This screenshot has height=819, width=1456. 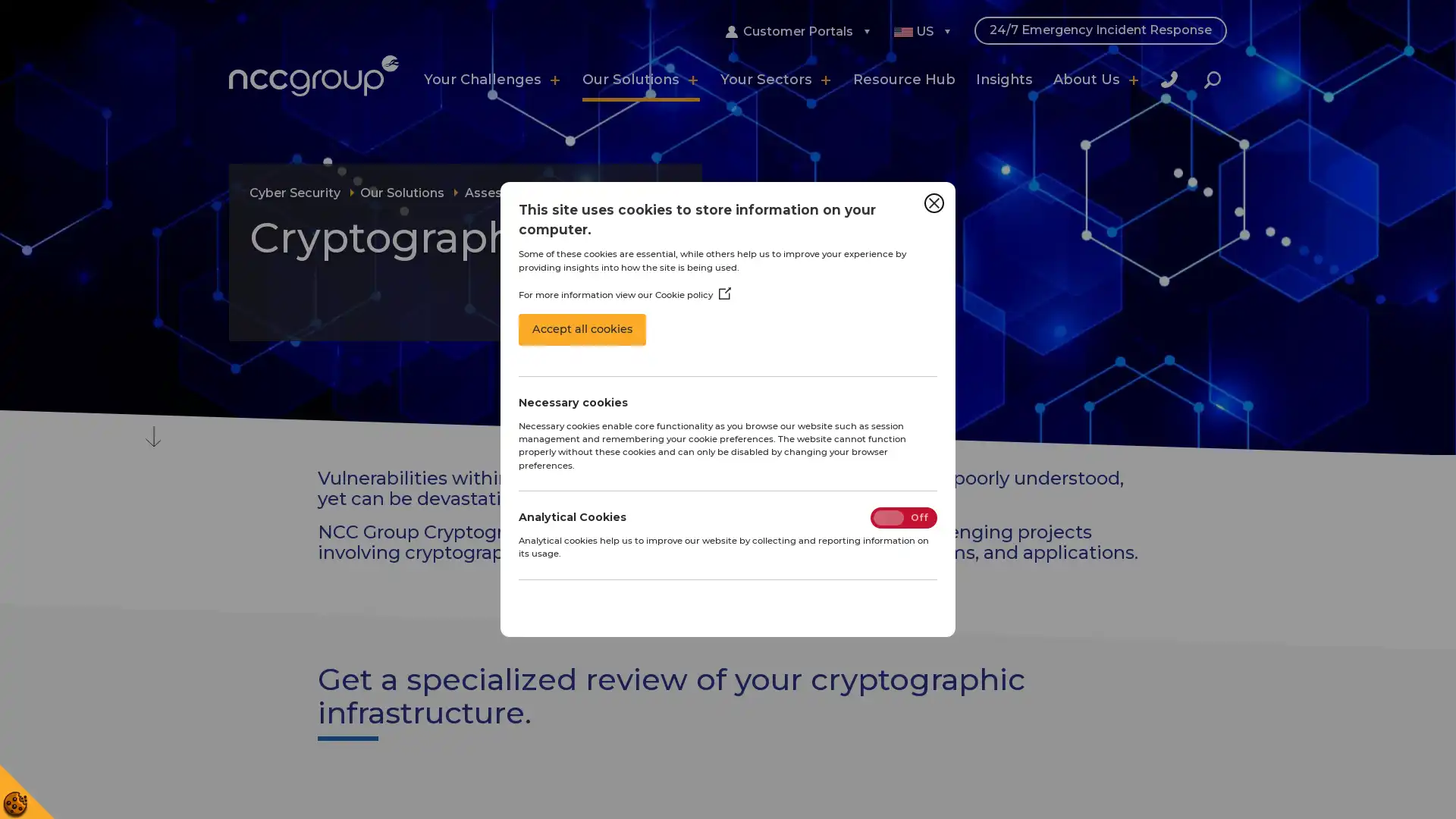 What do you see at coordinates (1216, 80) in the screenshot?
I see `Search` at bounding box center [1216, 80].